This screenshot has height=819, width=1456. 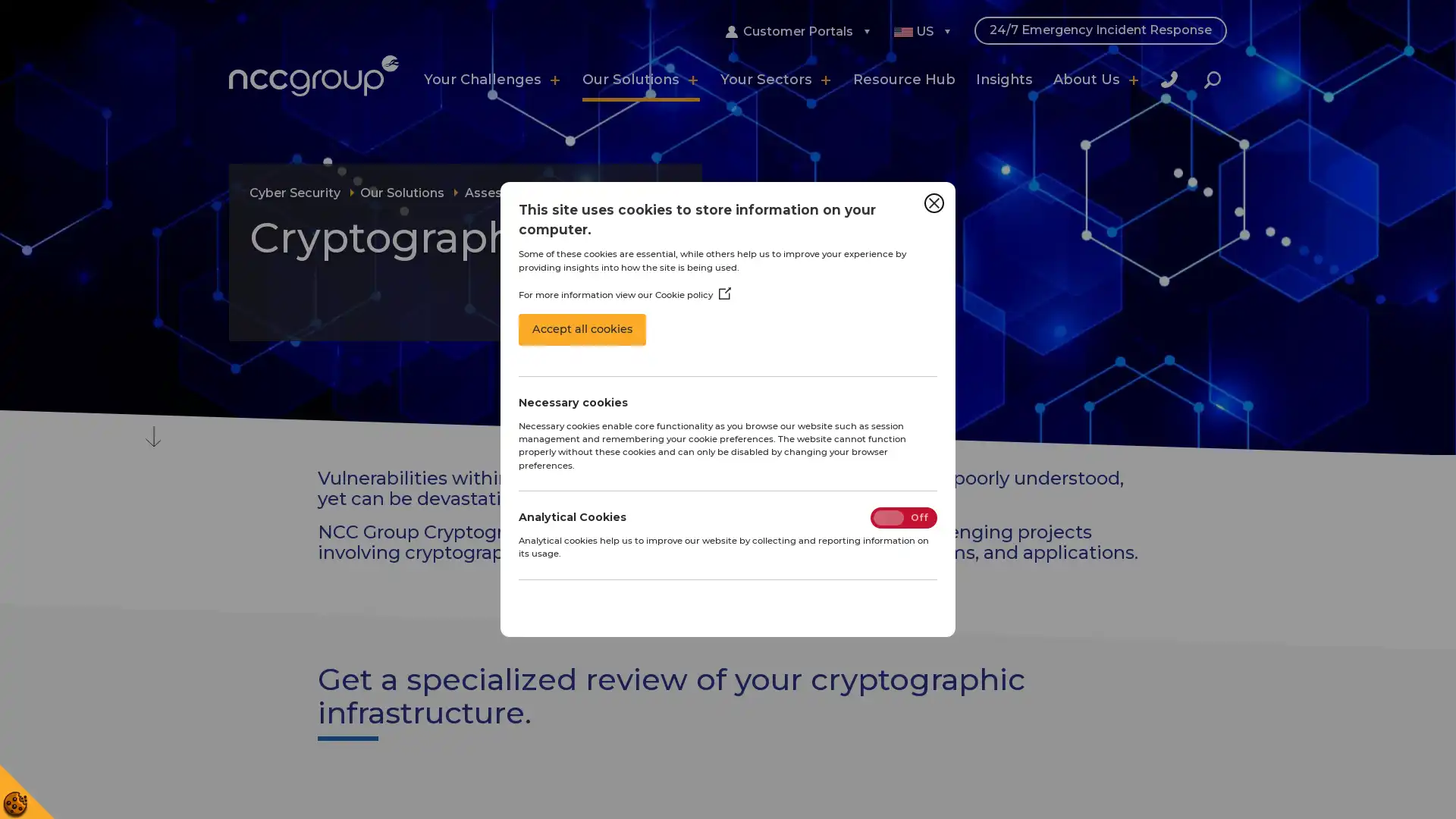 What do you see at coordinates (1216, 80) in the screenshot?
I see `Search` at bounding box center [1216, 80].